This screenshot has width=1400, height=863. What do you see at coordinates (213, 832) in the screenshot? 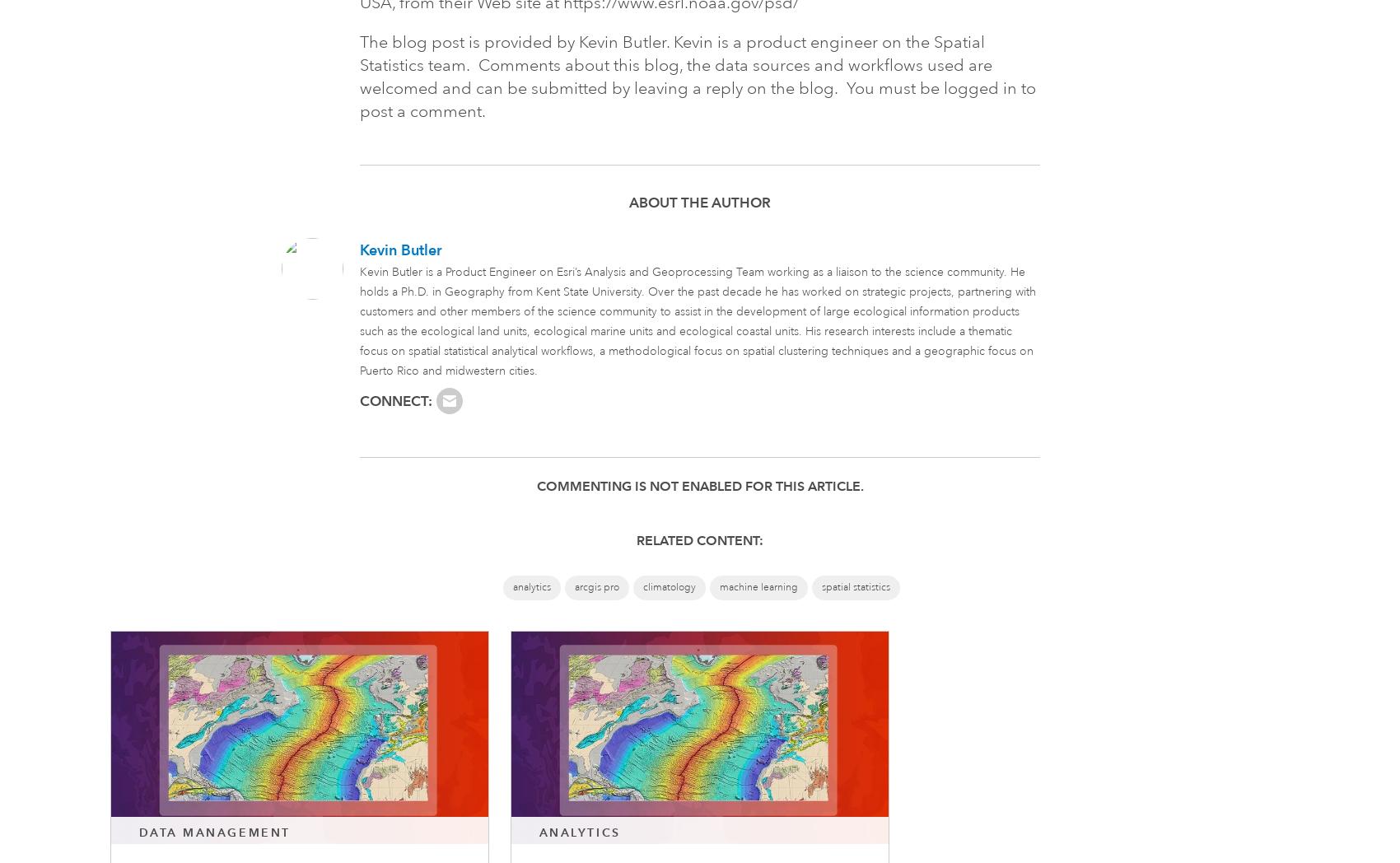
I see `'Data Management'` at bounding box center [213, 832].